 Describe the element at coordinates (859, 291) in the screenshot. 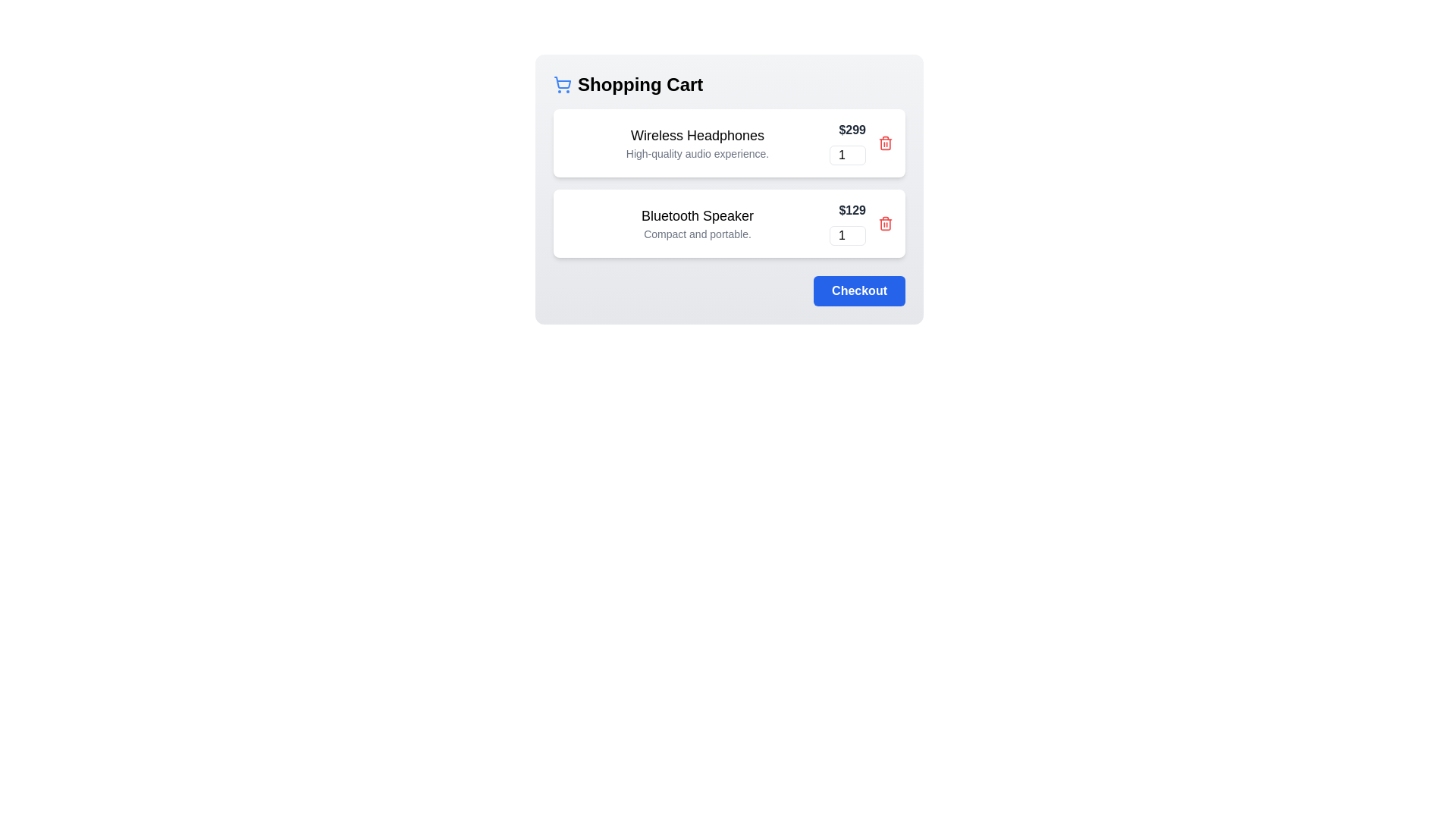

I see `the Checkout button to proceed with the checkout process` at that location.